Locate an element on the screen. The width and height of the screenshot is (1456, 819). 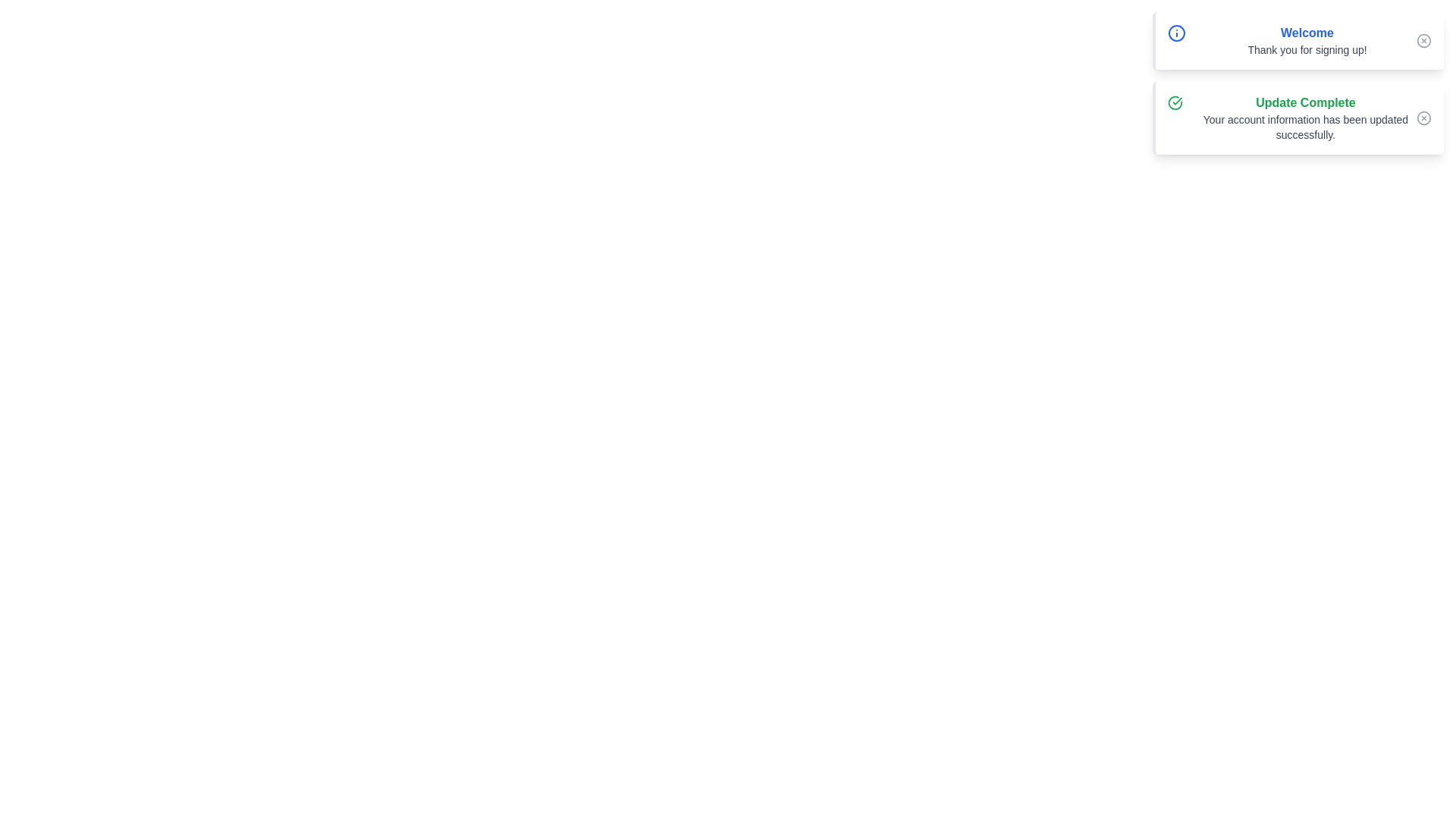
the bold, blue 'Welcome' static text element located near the top-right of the interface, positioned above the smaller gray text 'Thank you for signing up!' is located at coordinates (1306, 33).